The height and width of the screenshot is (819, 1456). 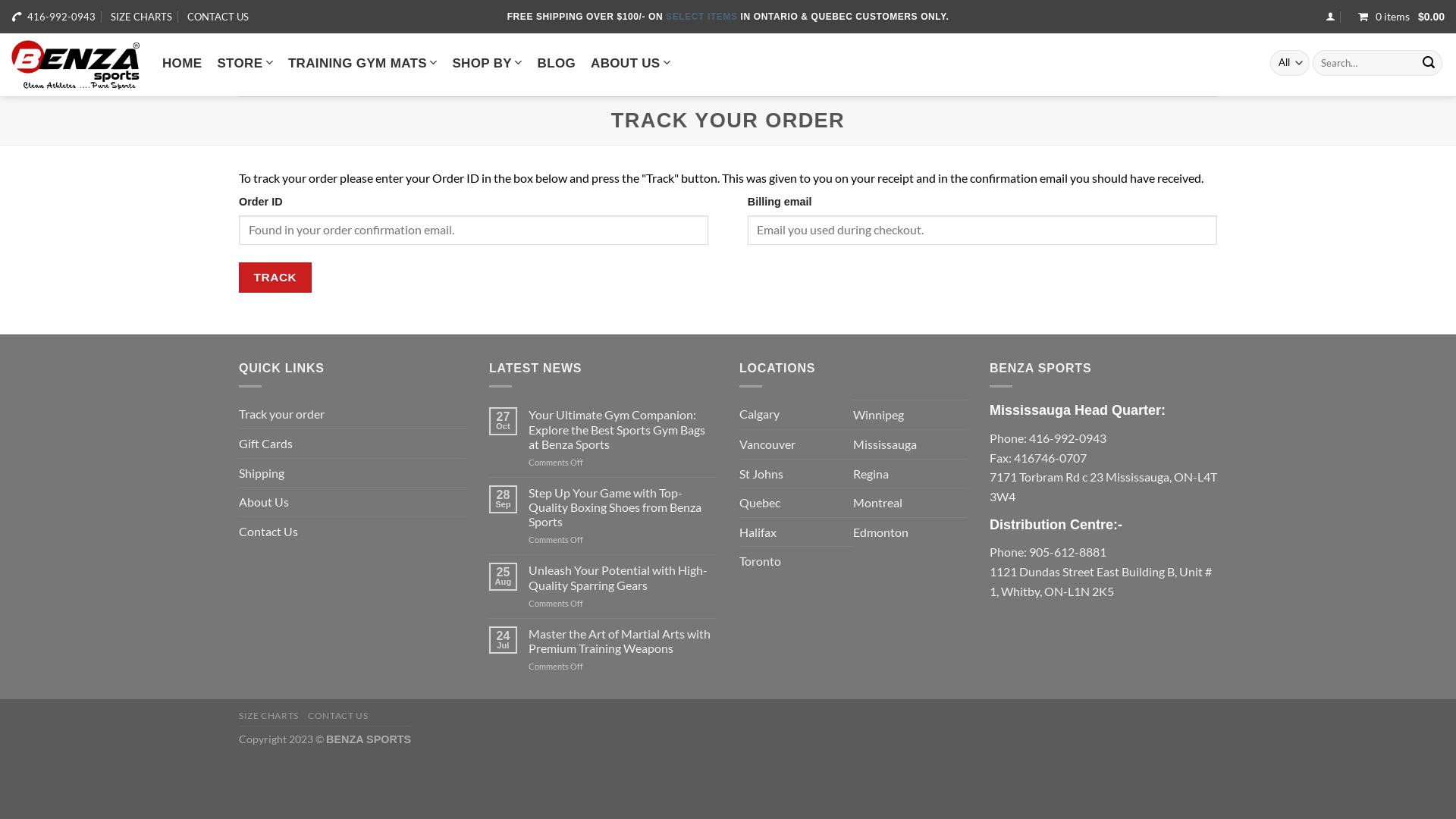 I want to click on '905-612-8881', so click(x=1066, y=551).